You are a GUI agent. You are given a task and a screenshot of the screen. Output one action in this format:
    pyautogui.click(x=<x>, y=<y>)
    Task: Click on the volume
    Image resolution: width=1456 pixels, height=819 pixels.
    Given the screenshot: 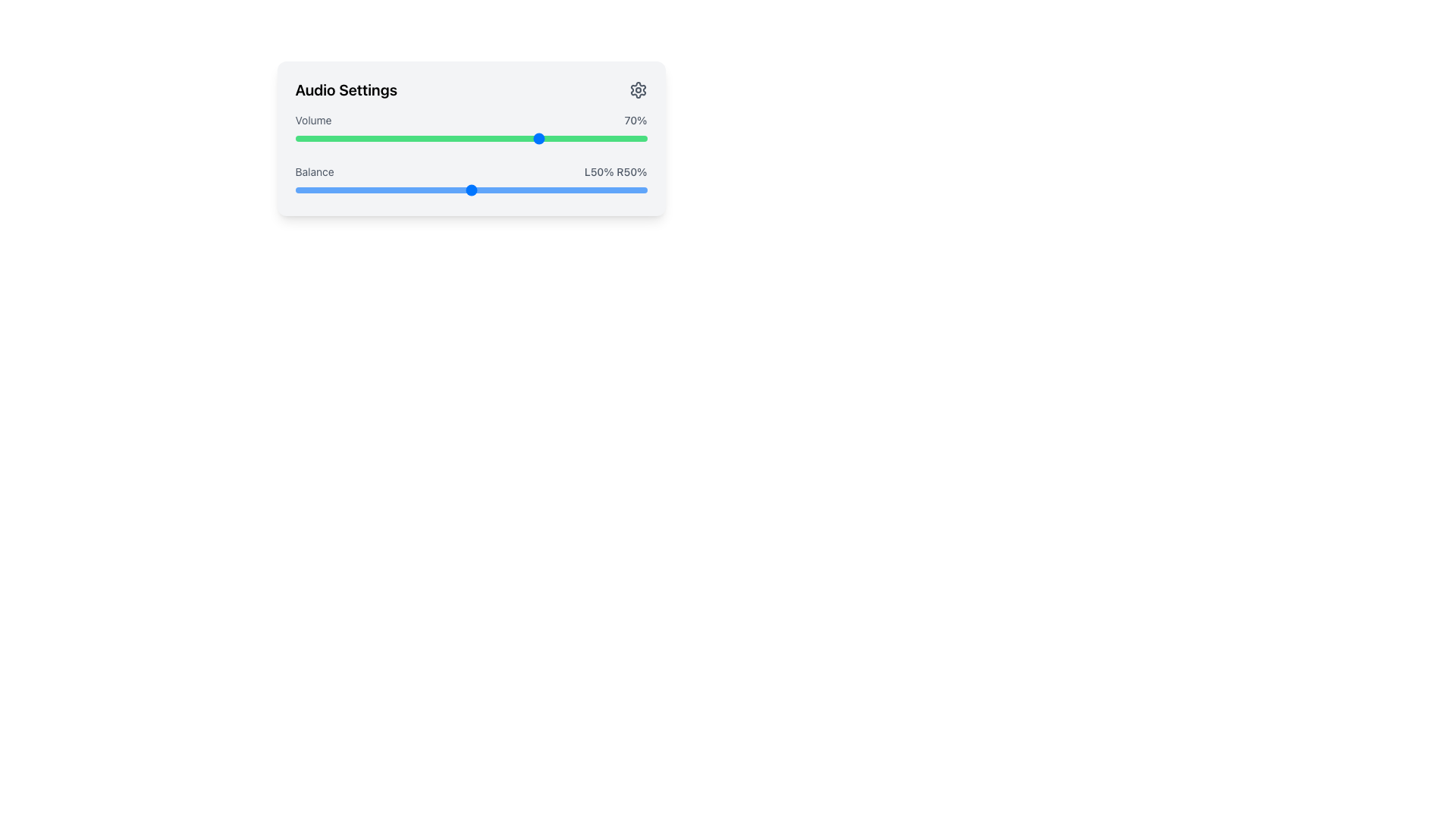 What is the action you would take?
    pyautogui.click(x=442, y=138)
    